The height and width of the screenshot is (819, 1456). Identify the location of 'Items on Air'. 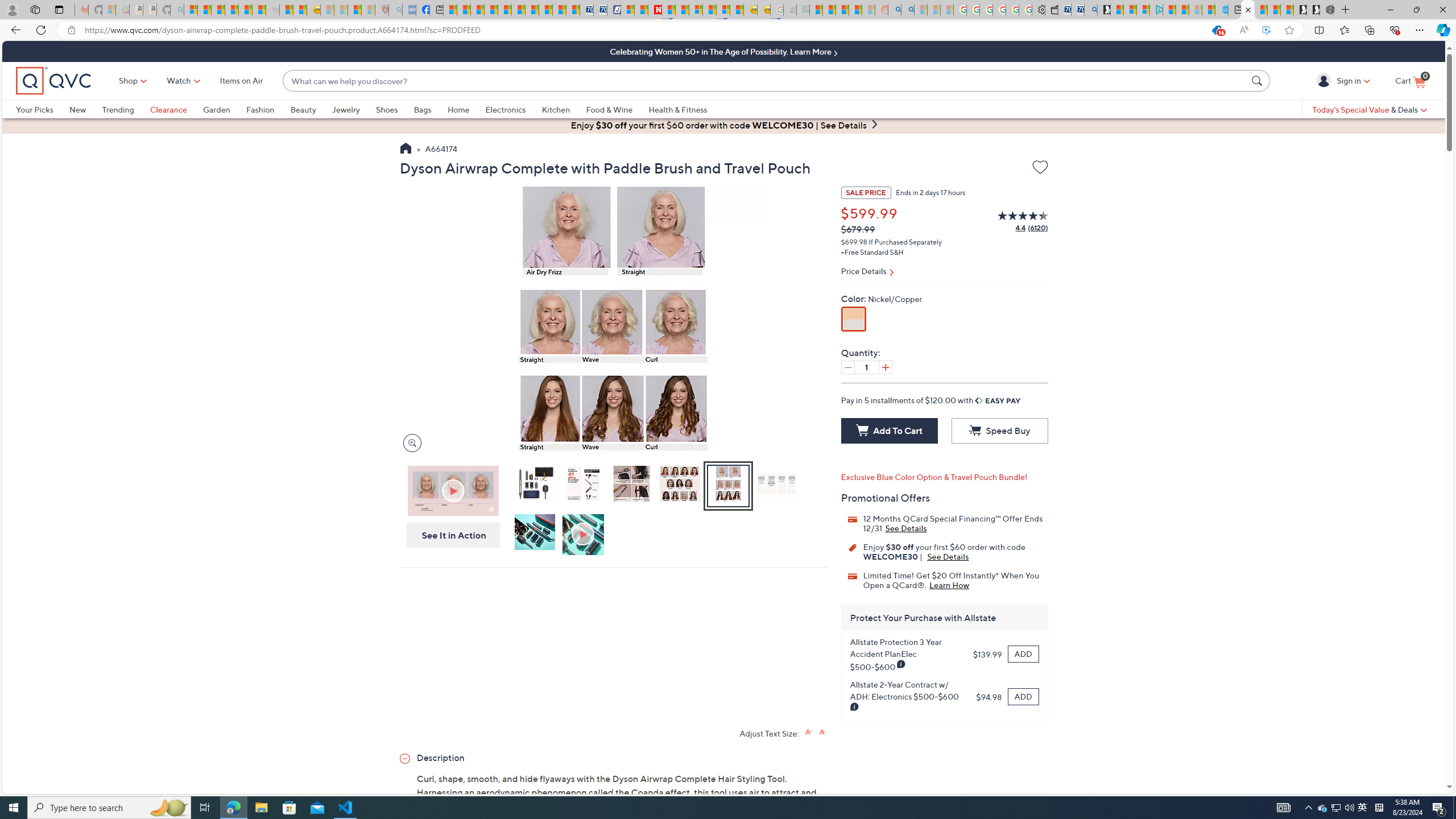
(241, 80).